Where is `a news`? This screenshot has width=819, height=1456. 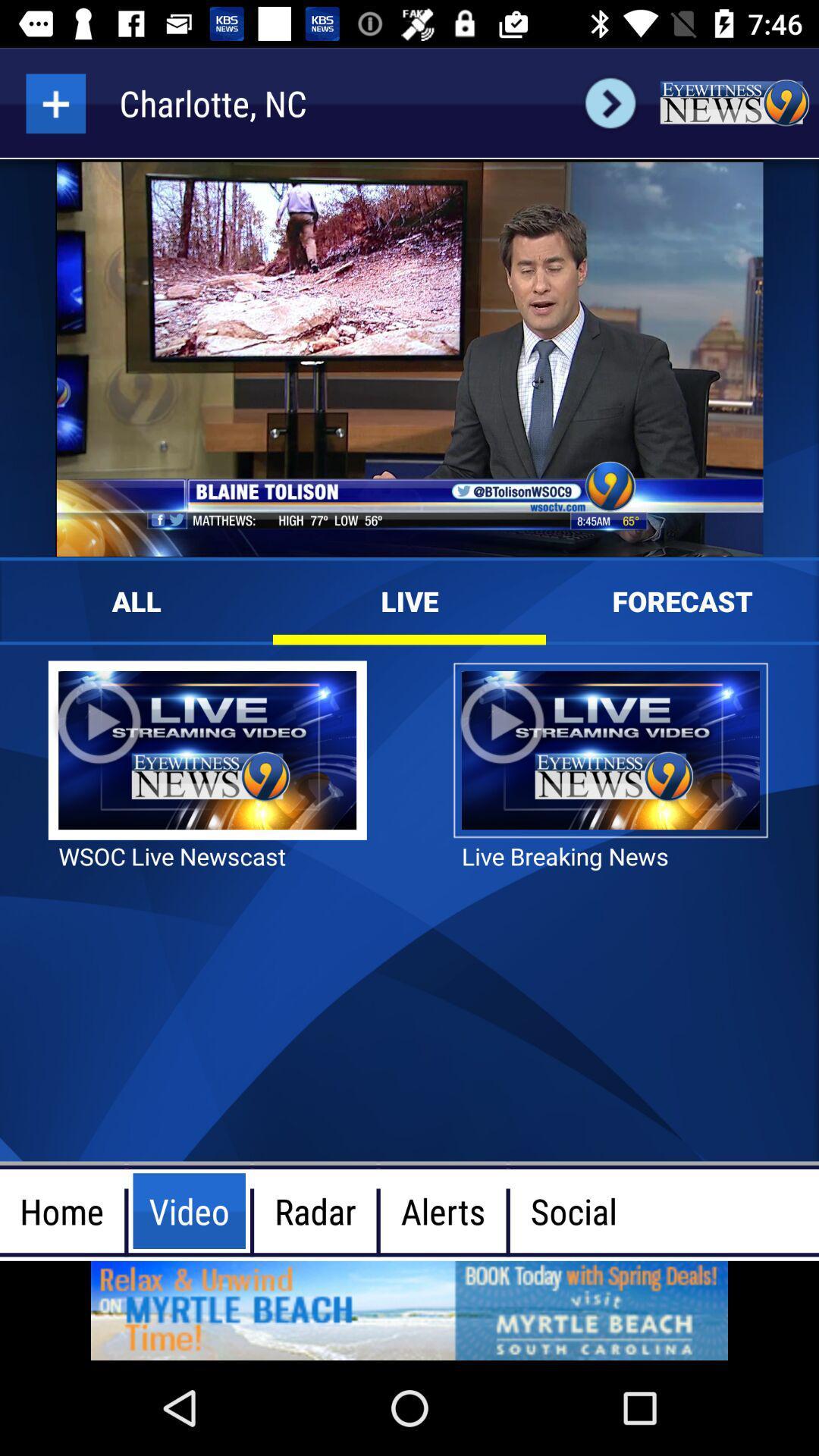 a news is located at coordinates (55, 102).